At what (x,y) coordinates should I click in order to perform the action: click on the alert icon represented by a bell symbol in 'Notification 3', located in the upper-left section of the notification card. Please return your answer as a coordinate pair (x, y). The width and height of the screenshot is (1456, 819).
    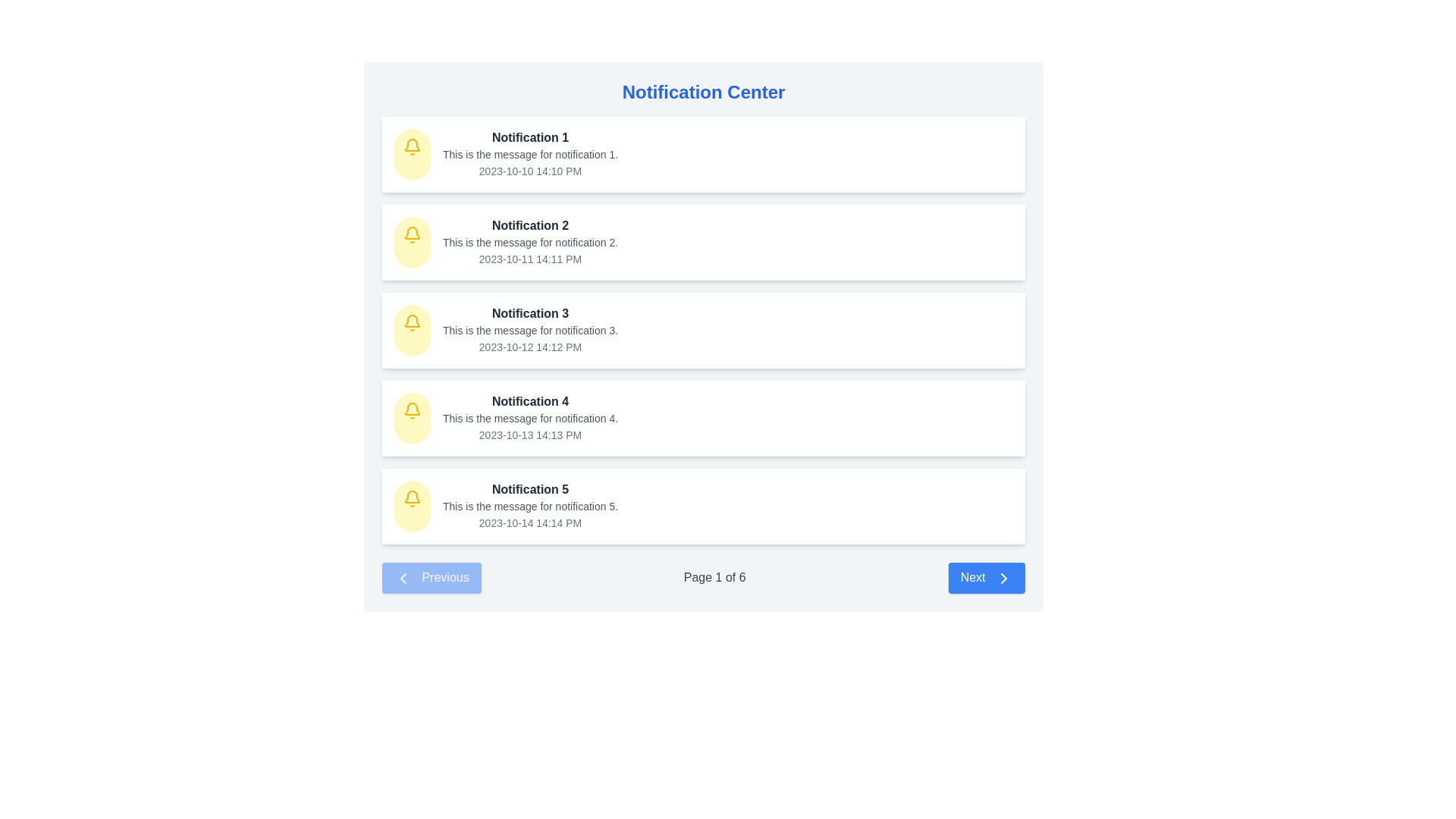
    Looking at the image, I should click on (412, 329).